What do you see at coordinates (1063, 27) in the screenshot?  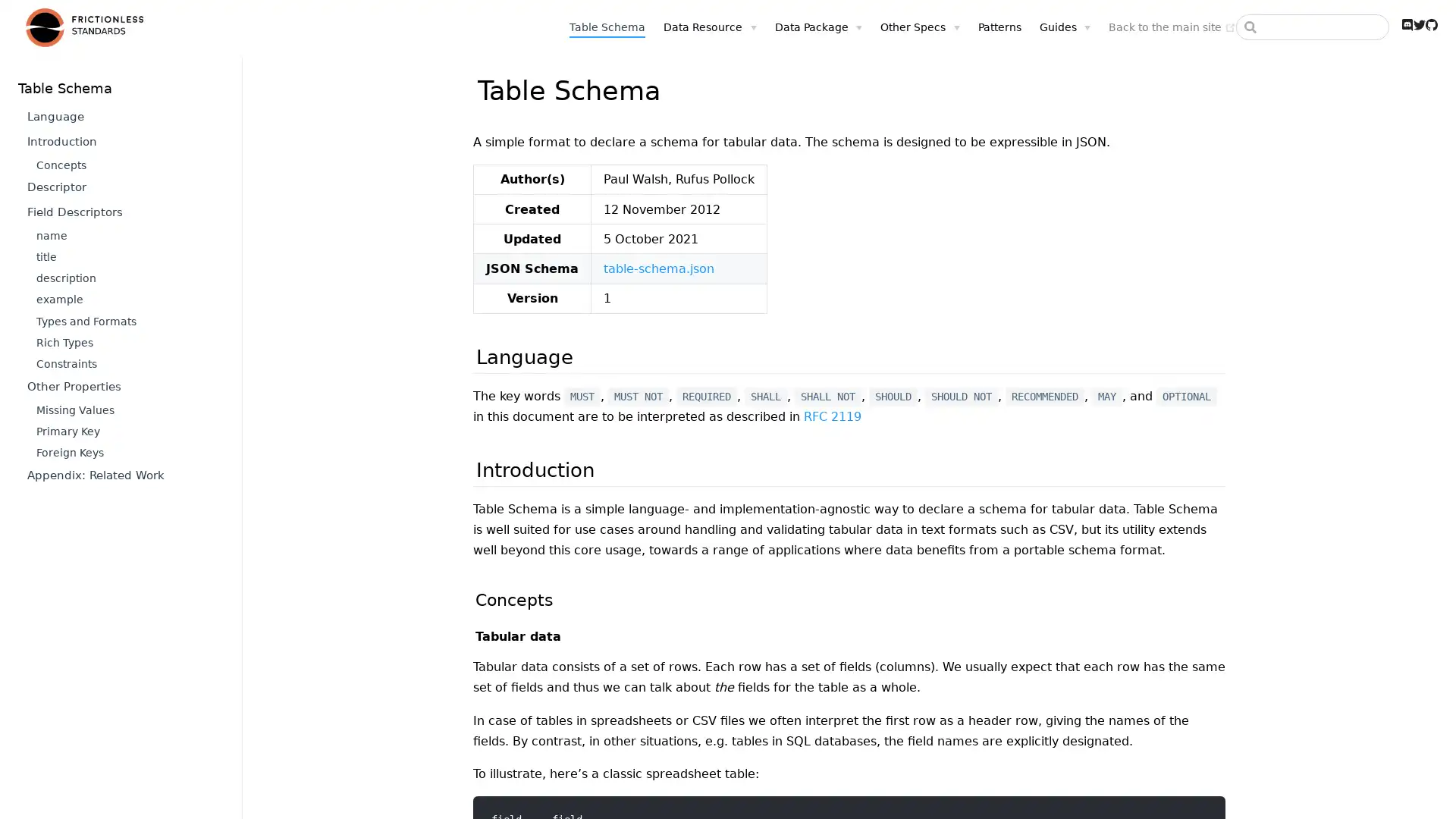 I see `Guides` at bounding box center [1063, 27].